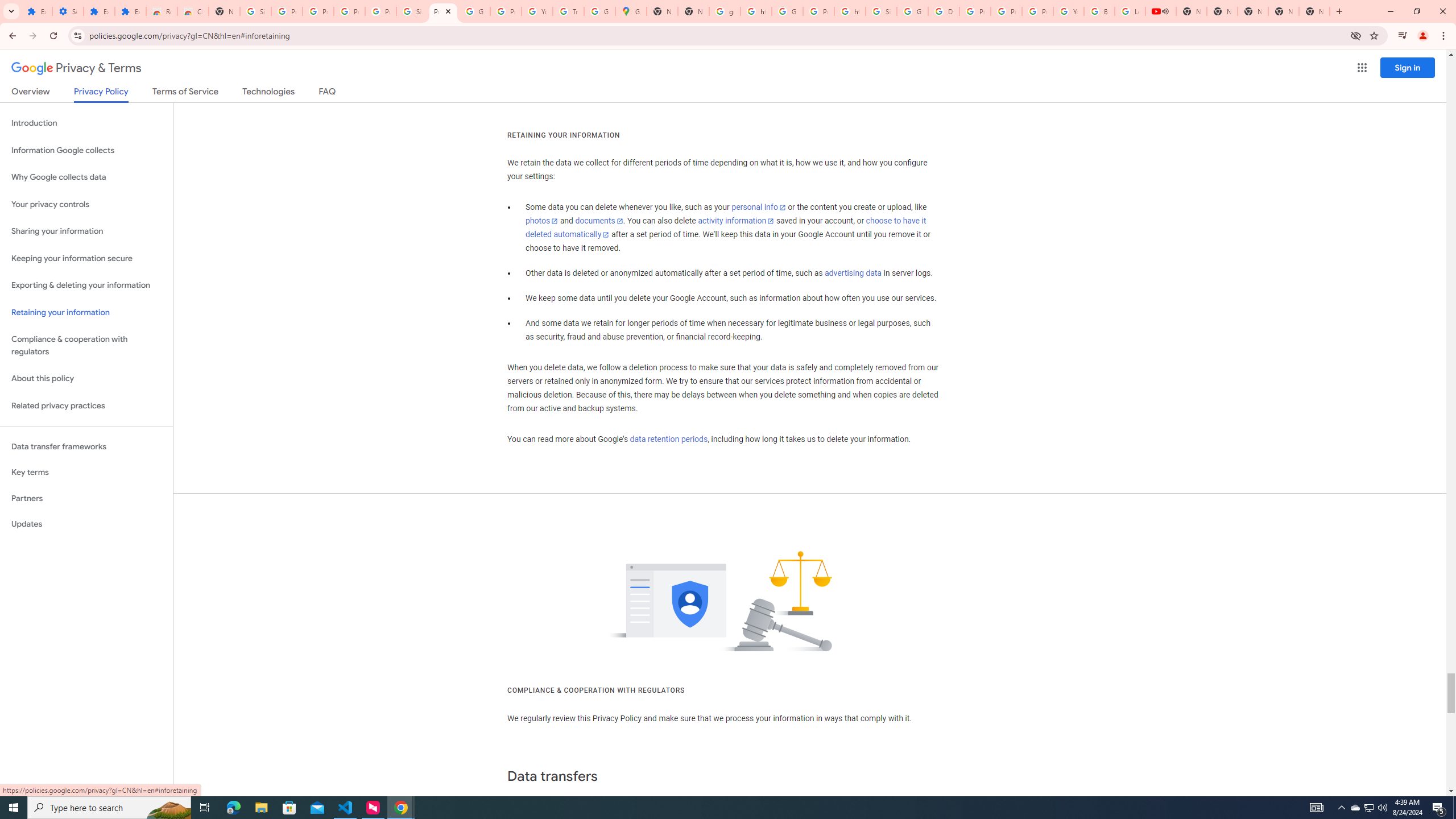 This screenshot has width=1456, height=819. What do you see at coordinates (725, 228) in the screenshot?
I see `'choose to have it deleted automatically'` at bounding box center [725, 228].